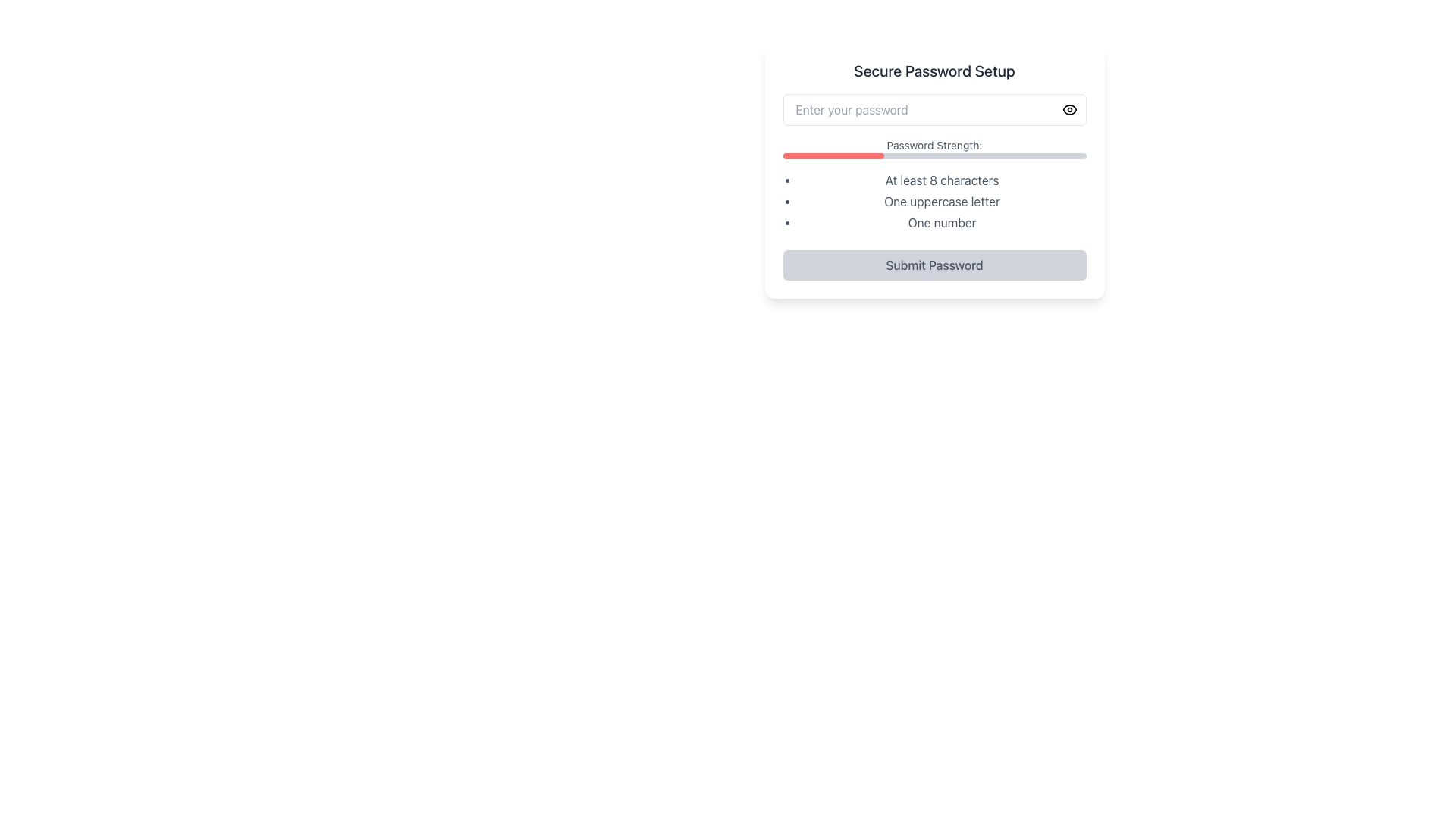  Describe the element at coordinates (941, 180) in the screenshot. I see `information from the text item that indicates the password must contain at least 8 characters, positioned below the 'Password Strength:' indicator` at that location.